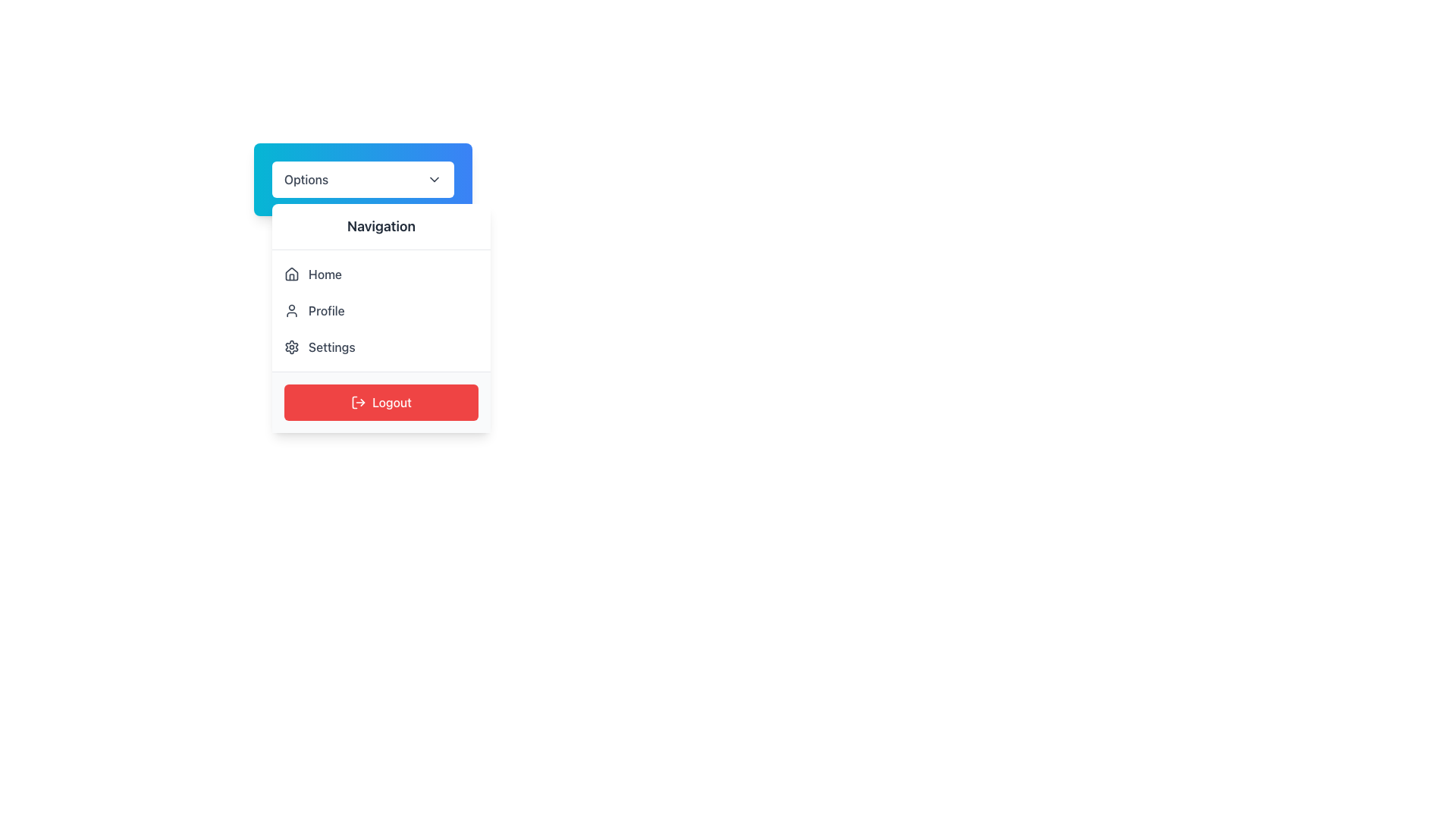  Describe the element at coordinates (362, 178) in the screenshot. I see `the Dropdown Header Panel labeled 'Options' that allows users to toggle a dropdown menu` at that location.